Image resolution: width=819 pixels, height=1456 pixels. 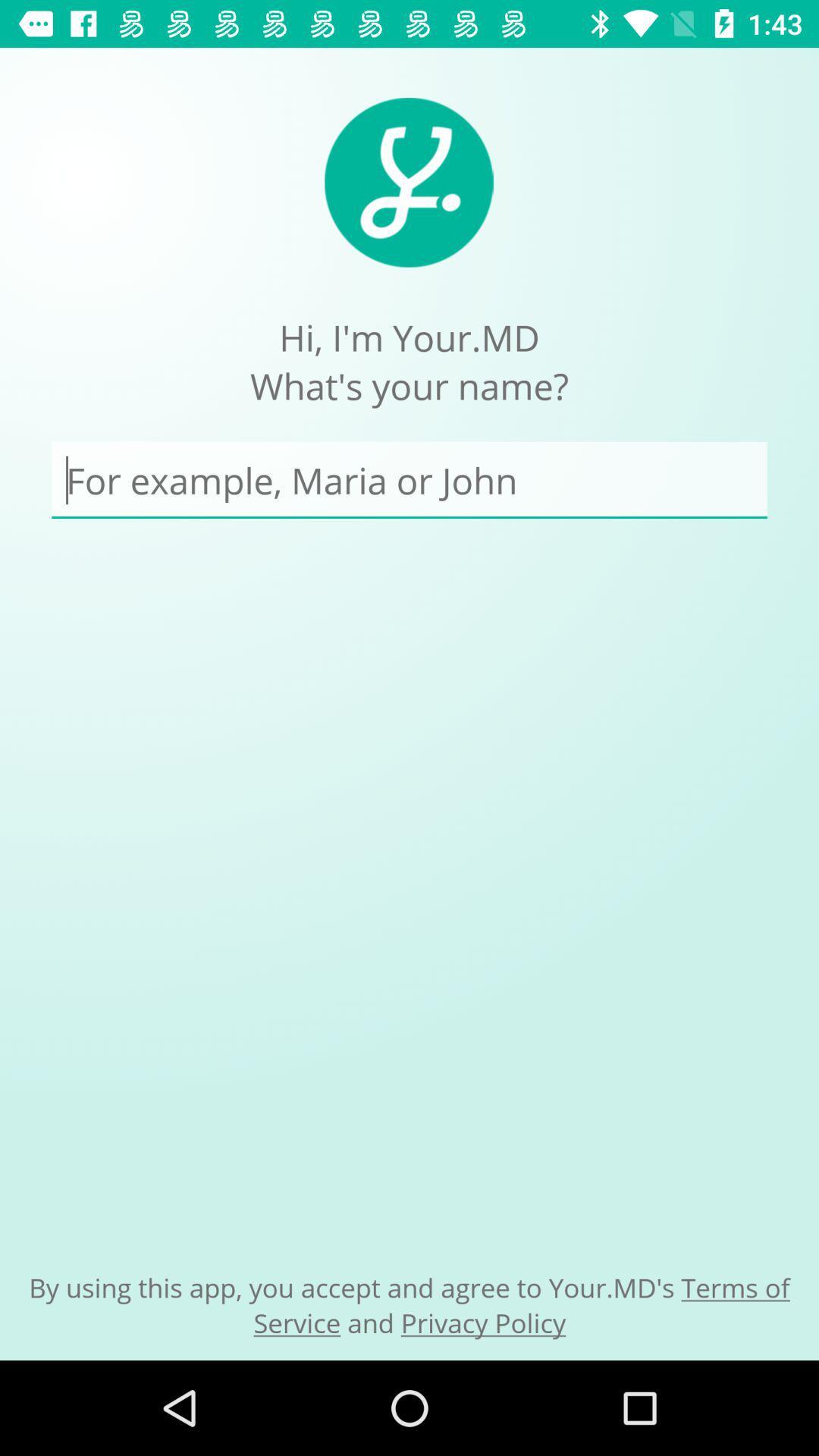 I want to click on by using this icon, so click(x=409, y=1304).